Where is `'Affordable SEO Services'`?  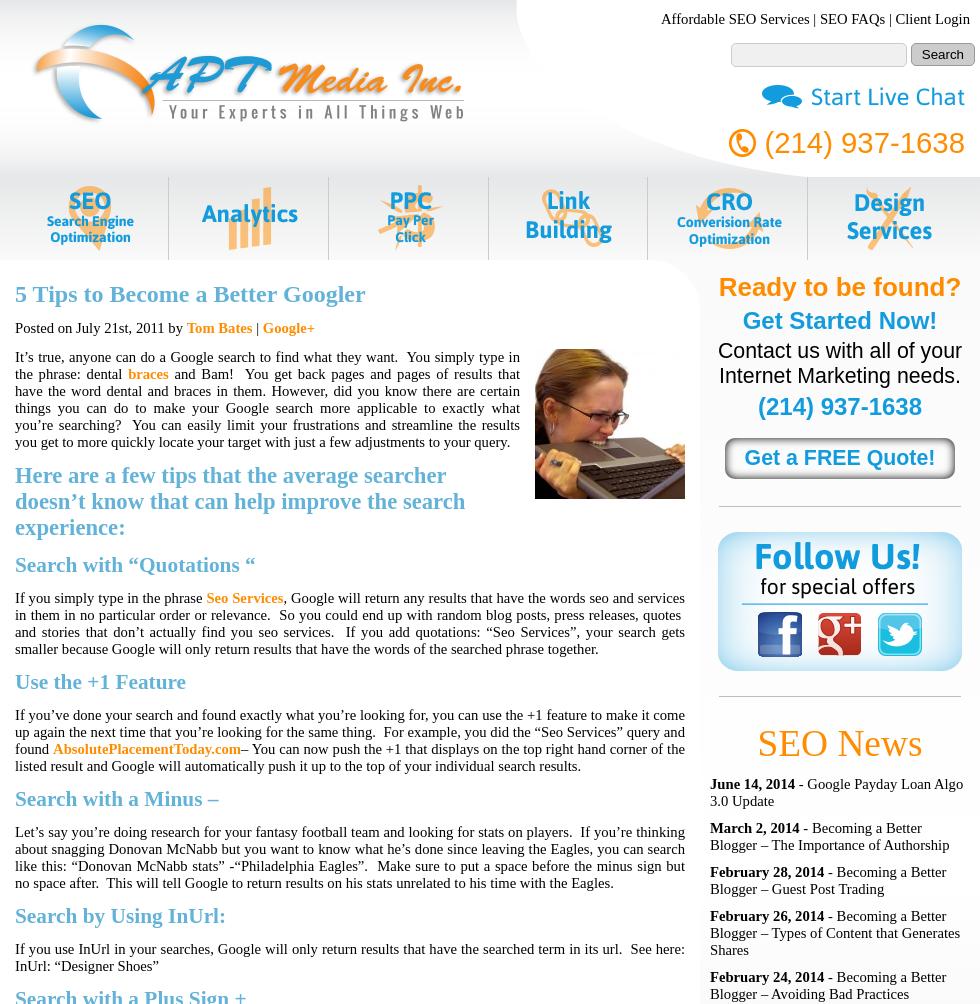 'Affordable SEO Services' is located at coordinates (734, 18).